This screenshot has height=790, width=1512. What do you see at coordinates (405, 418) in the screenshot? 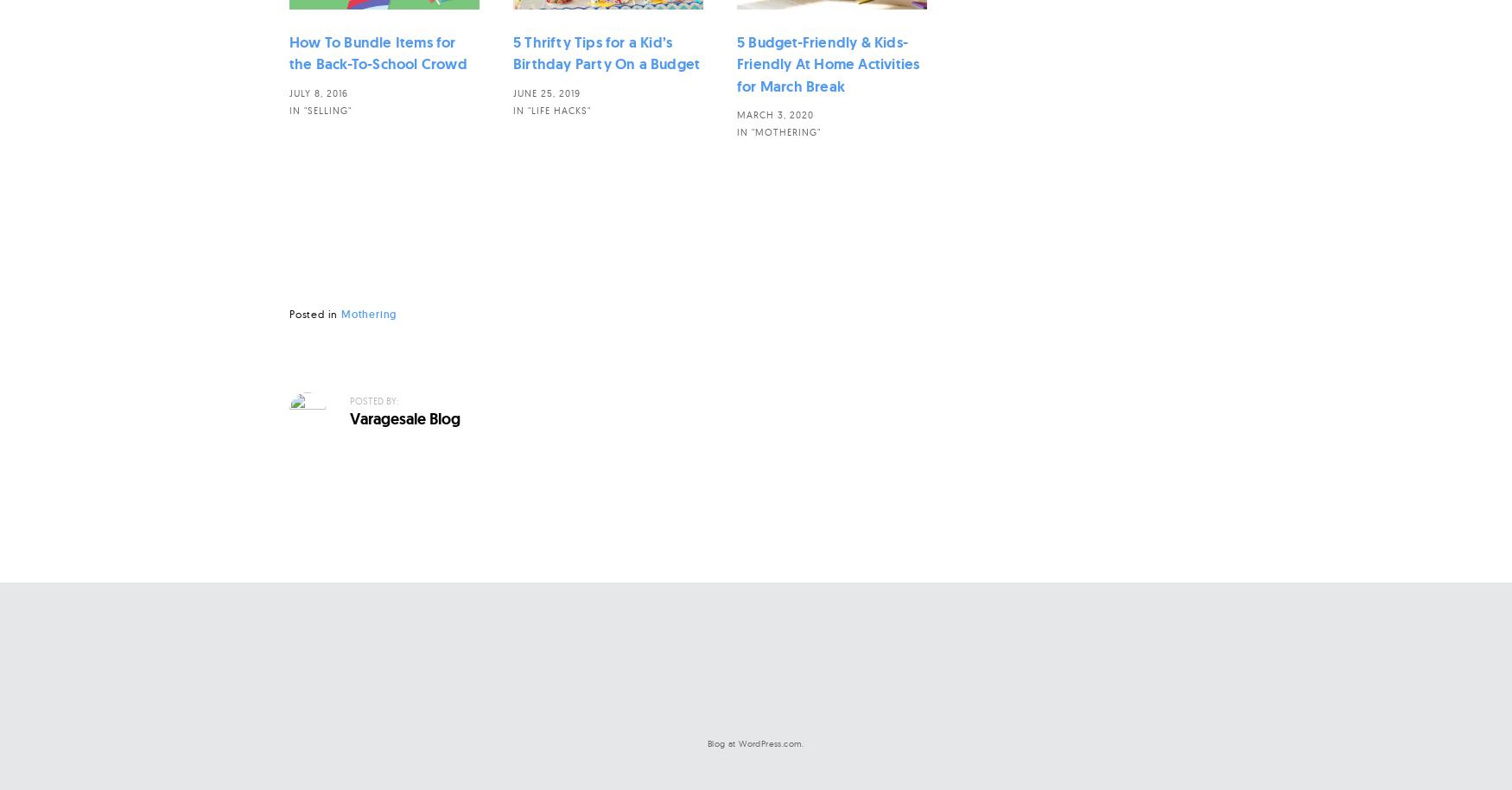
I see `'Varagesale Blog'` at bounding box center [405, 418].